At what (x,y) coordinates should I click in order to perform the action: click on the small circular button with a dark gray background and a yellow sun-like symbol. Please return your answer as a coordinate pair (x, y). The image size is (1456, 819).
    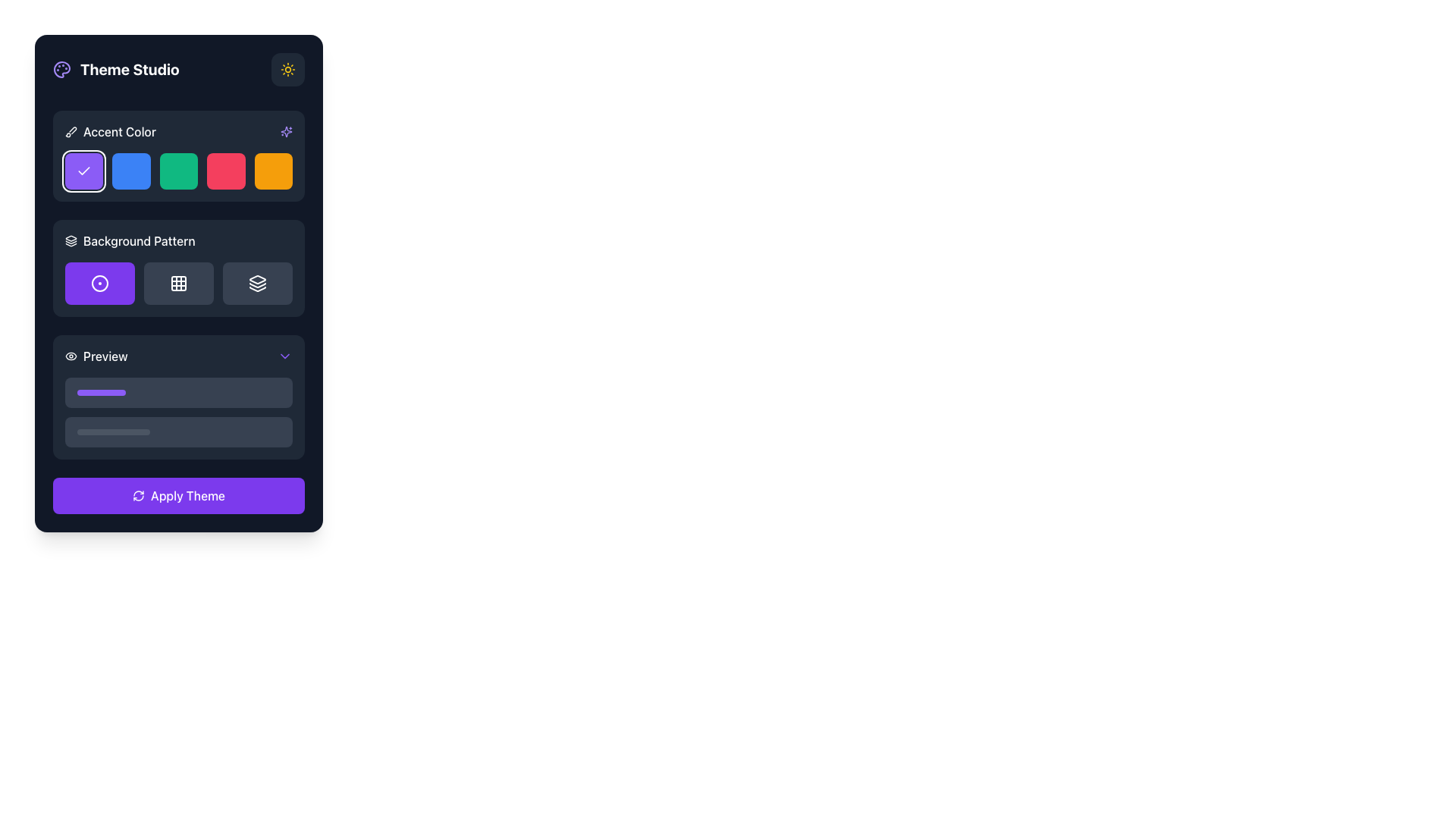
    Looking at the image, I should click on (287, 70).